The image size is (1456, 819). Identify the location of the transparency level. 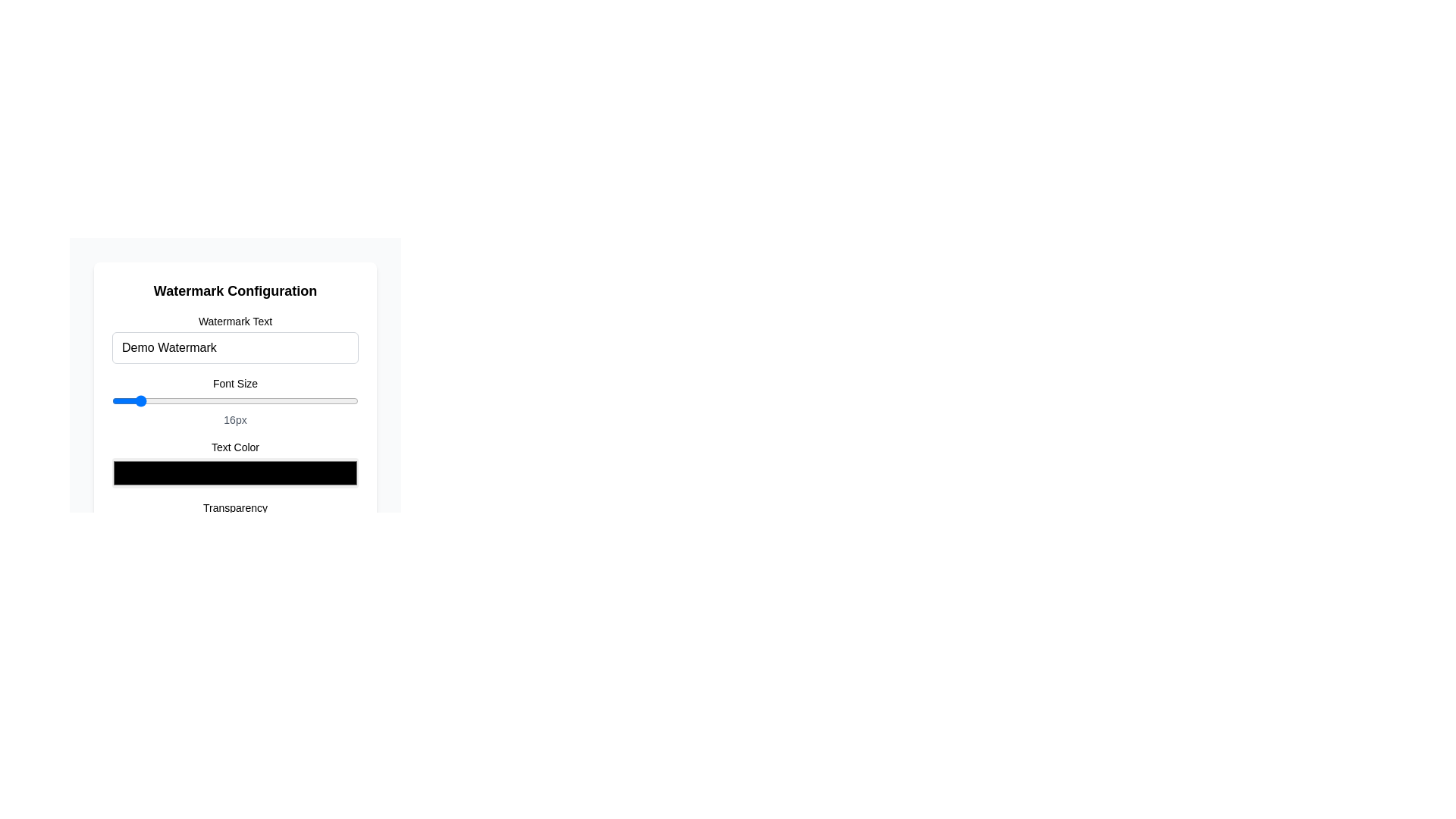
(111, 525).